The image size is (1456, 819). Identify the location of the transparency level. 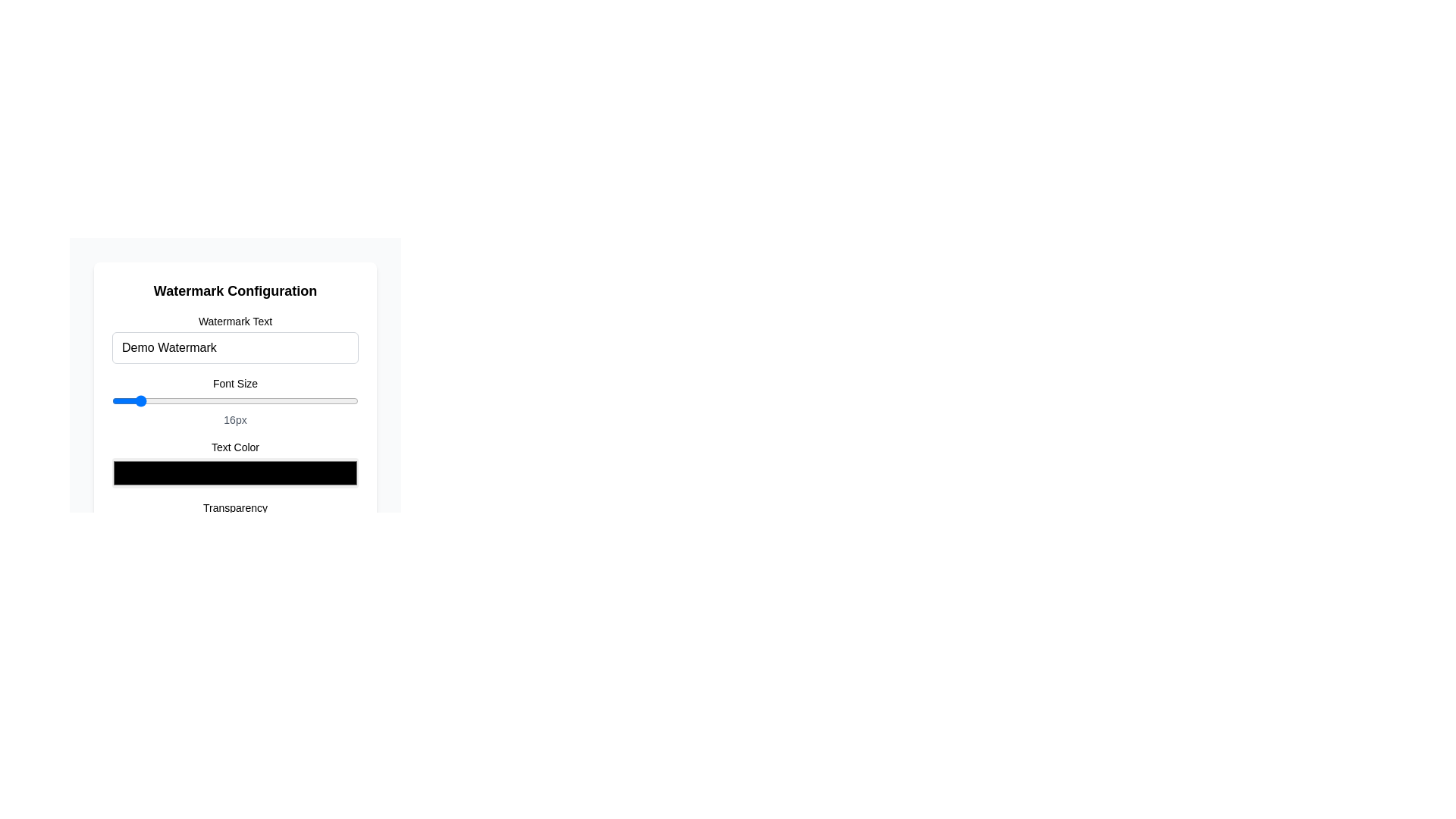
(111, 525).